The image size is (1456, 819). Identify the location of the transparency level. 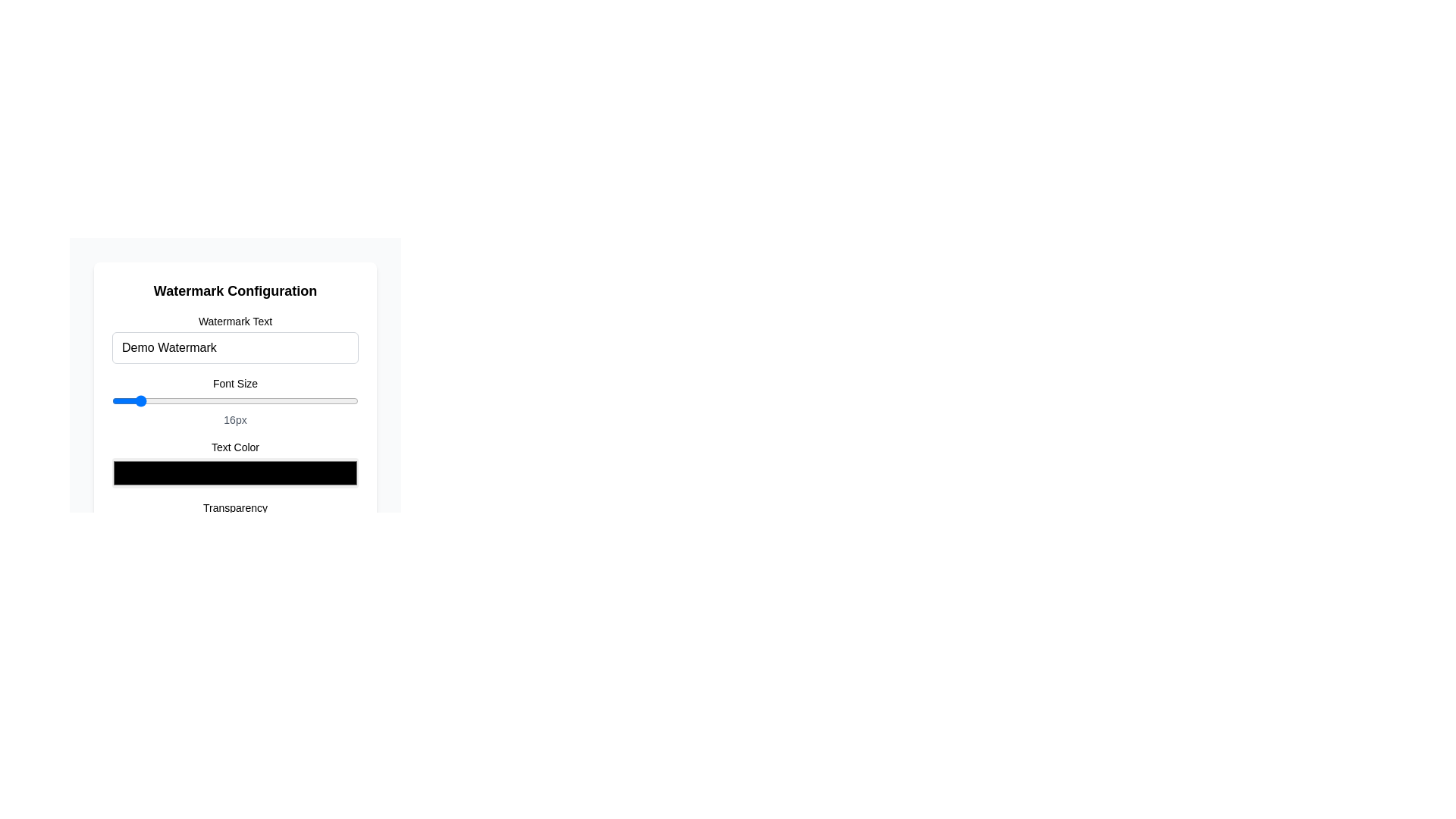
(111, 525).